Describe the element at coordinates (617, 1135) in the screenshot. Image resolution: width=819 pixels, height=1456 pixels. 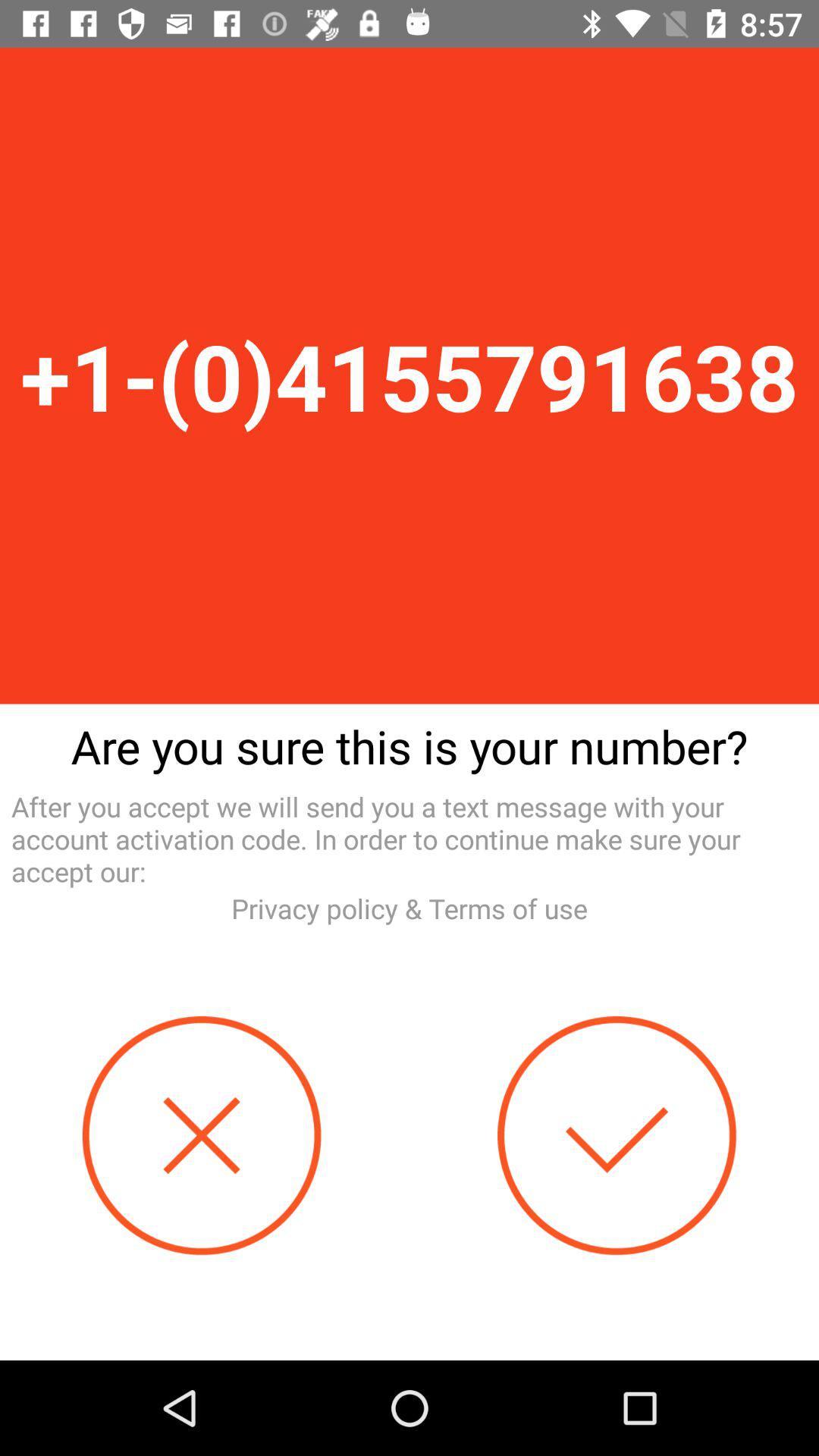
I see `the icon at the bottom right corner` at that location.